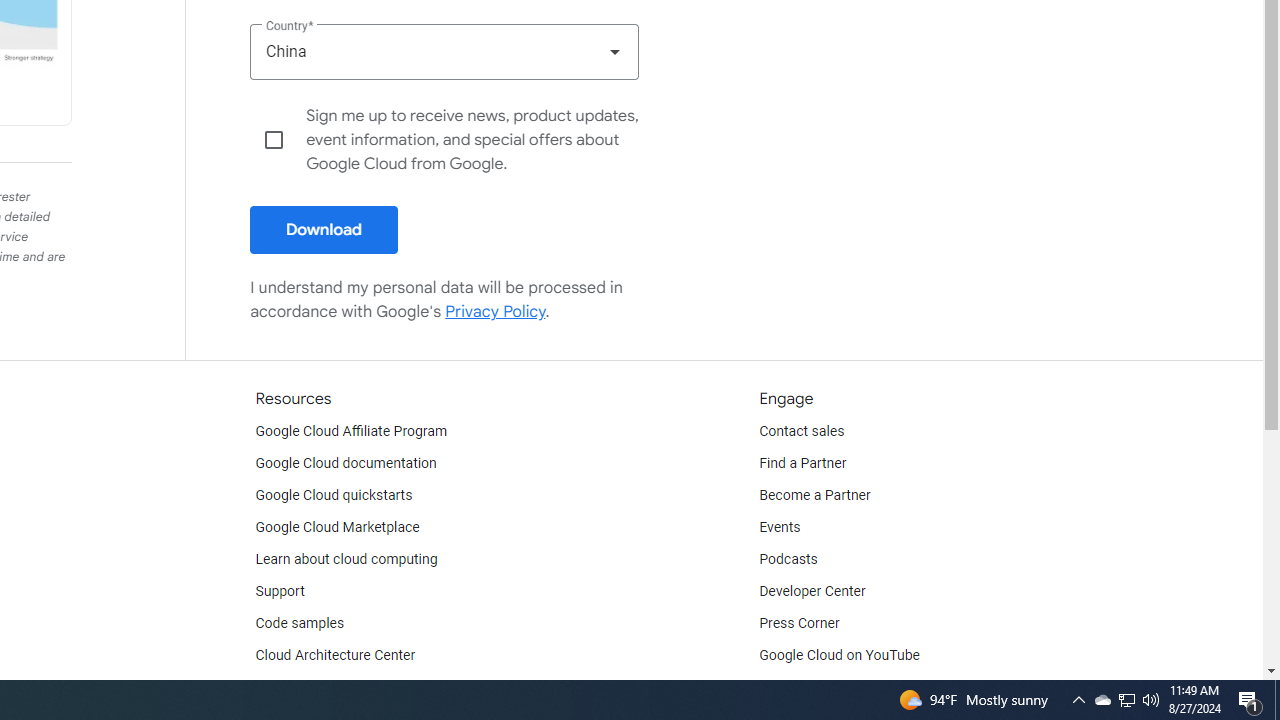  Describe the element at coordinates (346, 560) in the screenshot. I see `'Learn about cloud computing'` at that location.